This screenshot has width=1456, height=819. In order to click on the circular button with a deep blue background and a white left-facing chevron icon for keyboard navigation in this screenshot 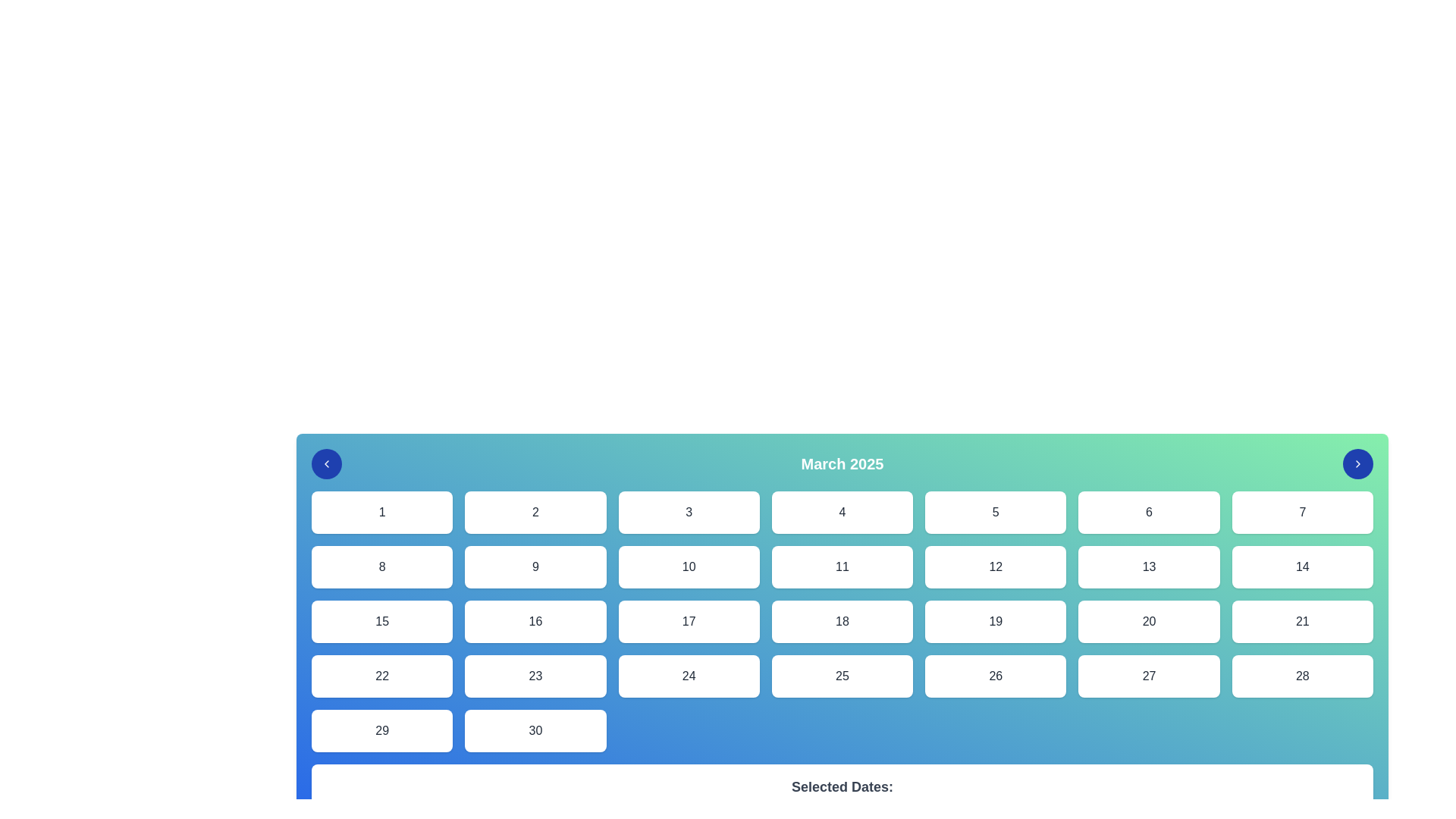, I will do `click(326, 463)`.